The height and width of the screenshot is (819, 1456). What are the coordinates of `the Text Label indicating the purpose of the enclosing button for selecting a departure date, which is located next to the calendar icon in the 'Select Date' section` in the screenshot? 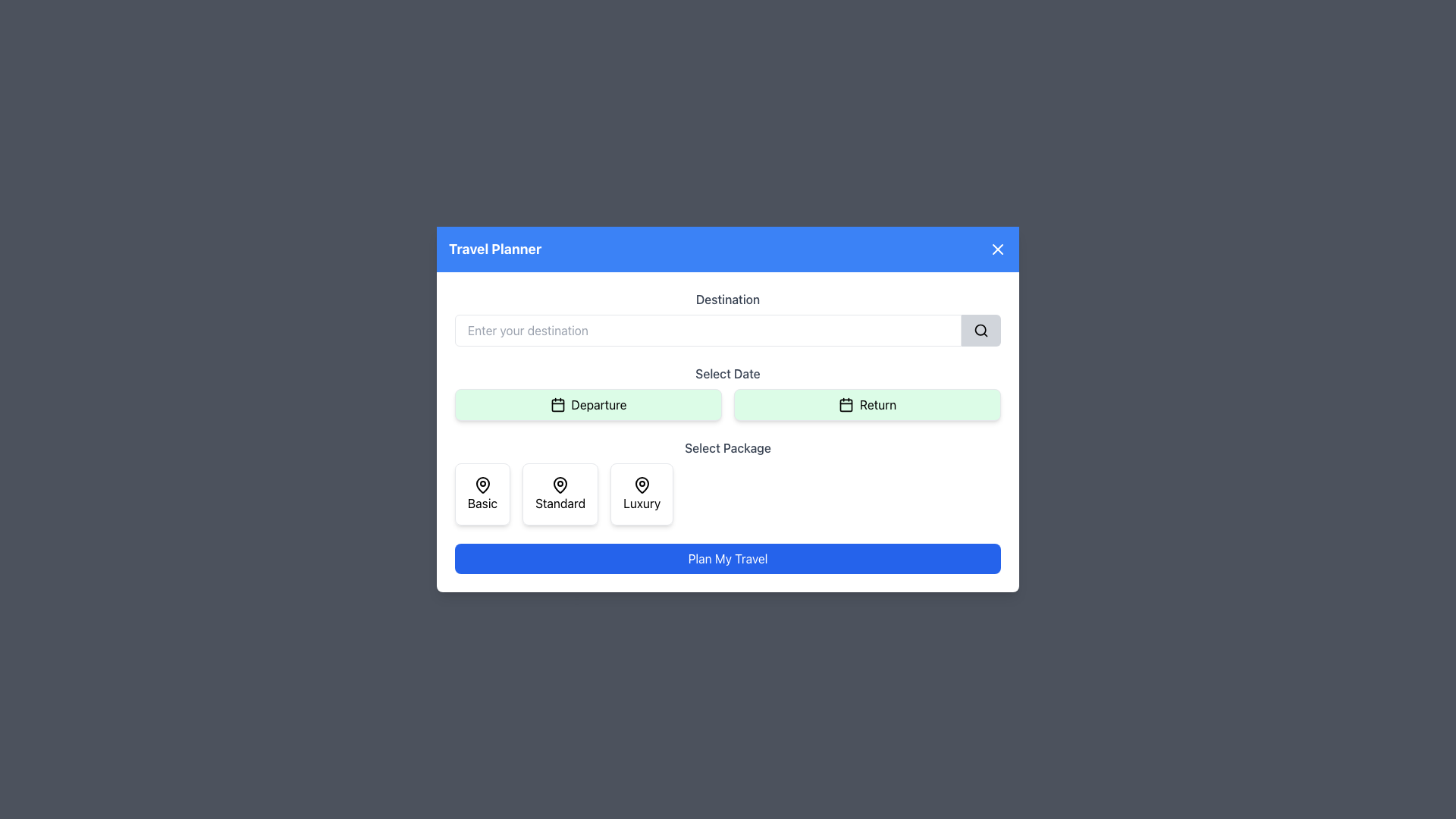 It's located at (598, 403).